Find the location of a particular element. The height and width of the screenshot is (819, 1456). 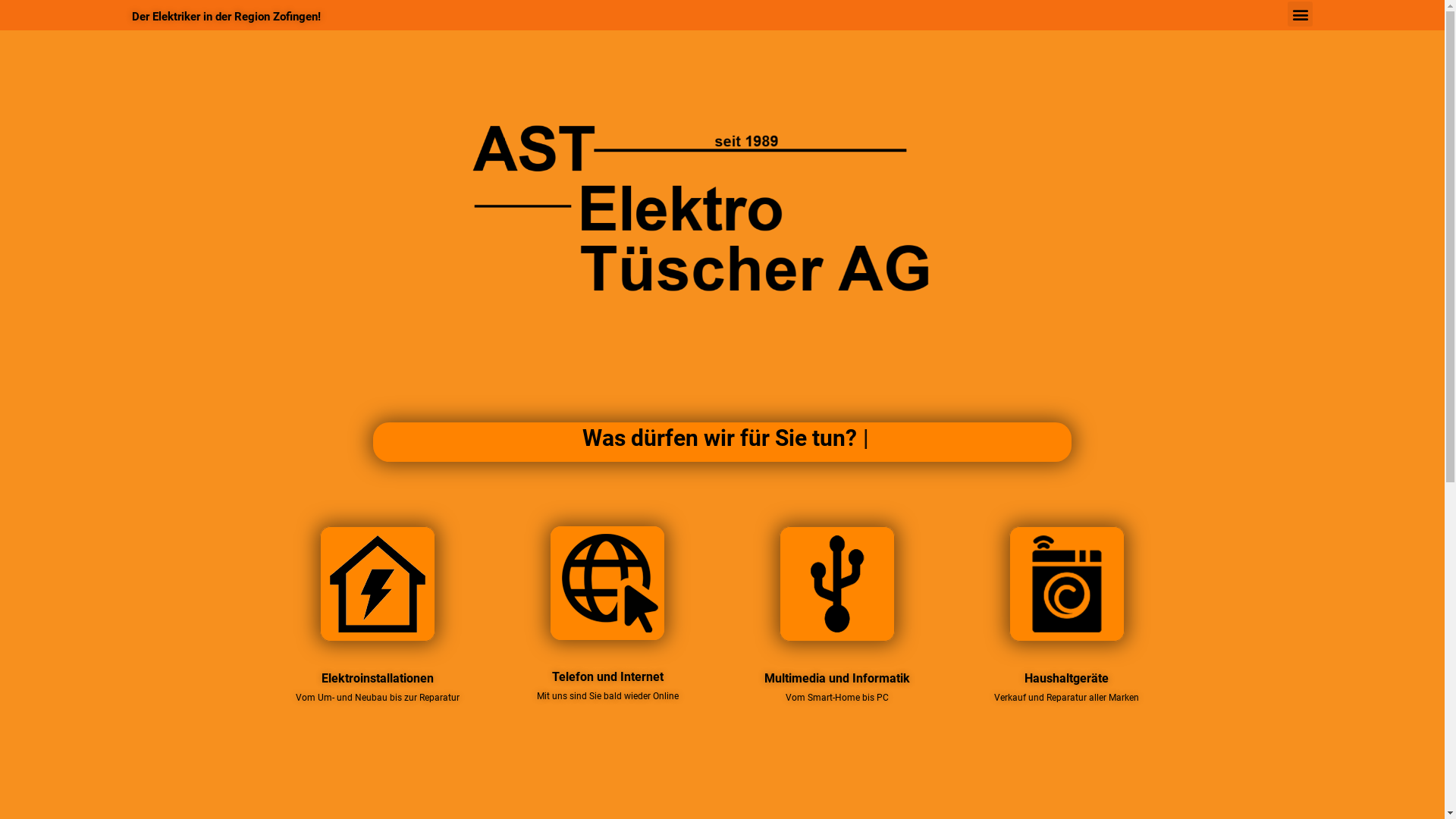

'Elektroinstallationen' is located at coordinates (378, 583).